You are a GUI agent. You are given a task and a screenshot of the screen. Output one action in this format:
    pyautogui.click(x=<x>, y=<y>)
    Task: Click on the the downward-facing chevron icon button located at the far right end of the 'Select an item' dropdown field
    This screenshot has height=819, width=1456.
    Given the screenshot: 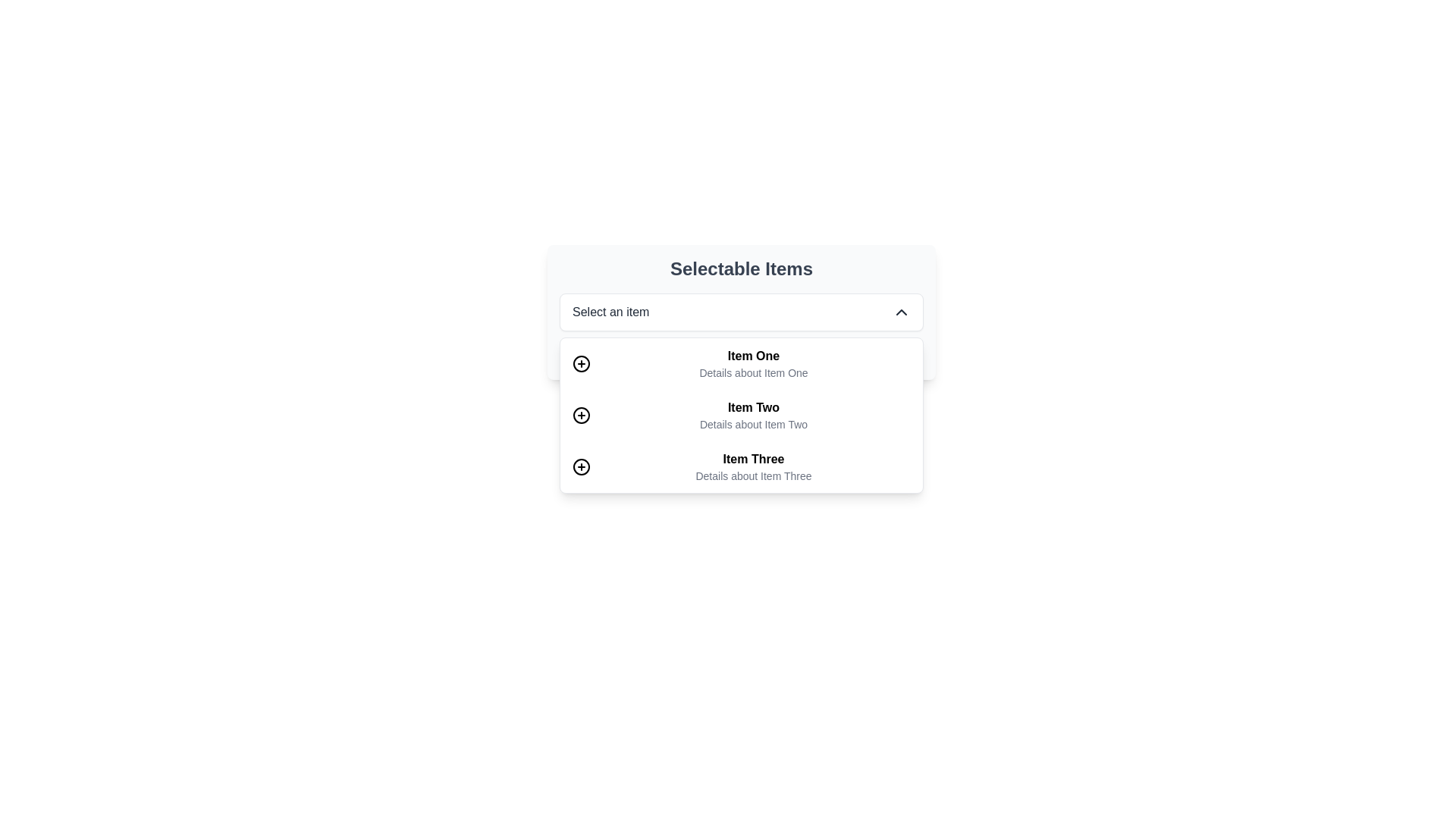 What is the action you would take?
    pyautogui.click(x=902, y=312)
    